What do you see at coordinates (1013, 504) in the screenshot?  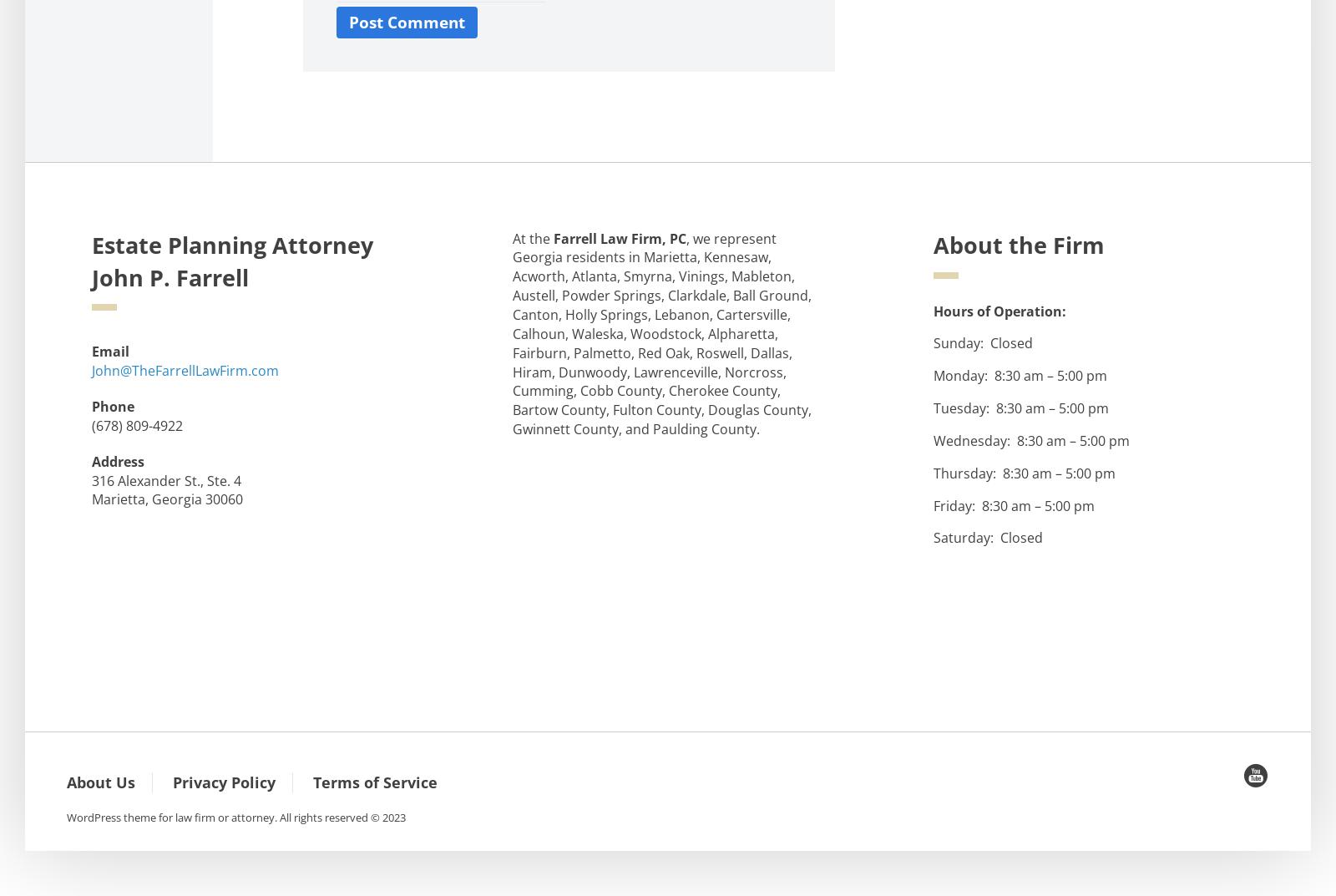 I see `'Friday:  8:30 am – 5:00 pm'` at bounding box center [1013, 504].